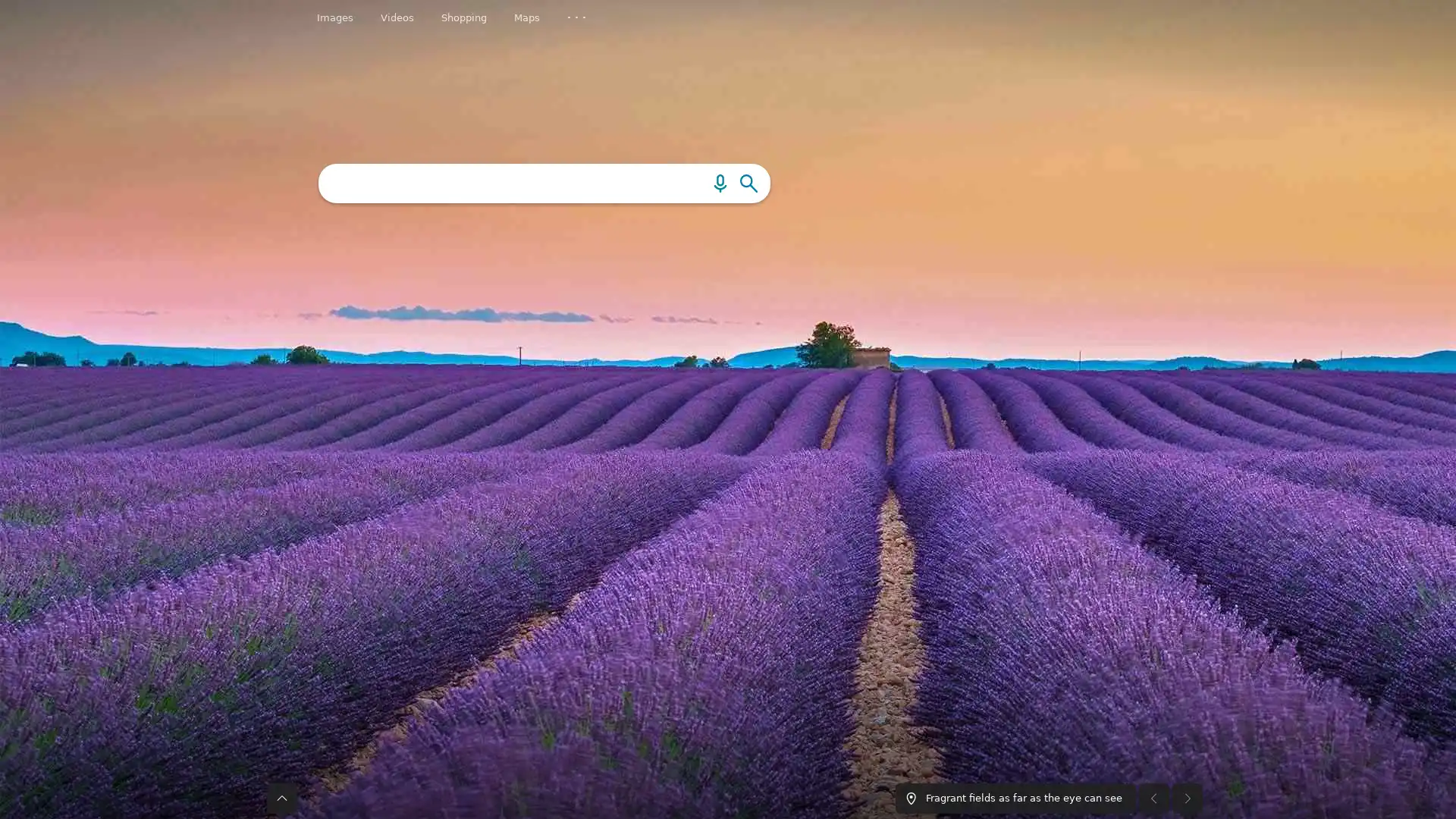 The image size is (1456, 819). What do you see at coordinates (1238, 619) in the screenshot?
I see `More news` at bounding box center [1238, 619].